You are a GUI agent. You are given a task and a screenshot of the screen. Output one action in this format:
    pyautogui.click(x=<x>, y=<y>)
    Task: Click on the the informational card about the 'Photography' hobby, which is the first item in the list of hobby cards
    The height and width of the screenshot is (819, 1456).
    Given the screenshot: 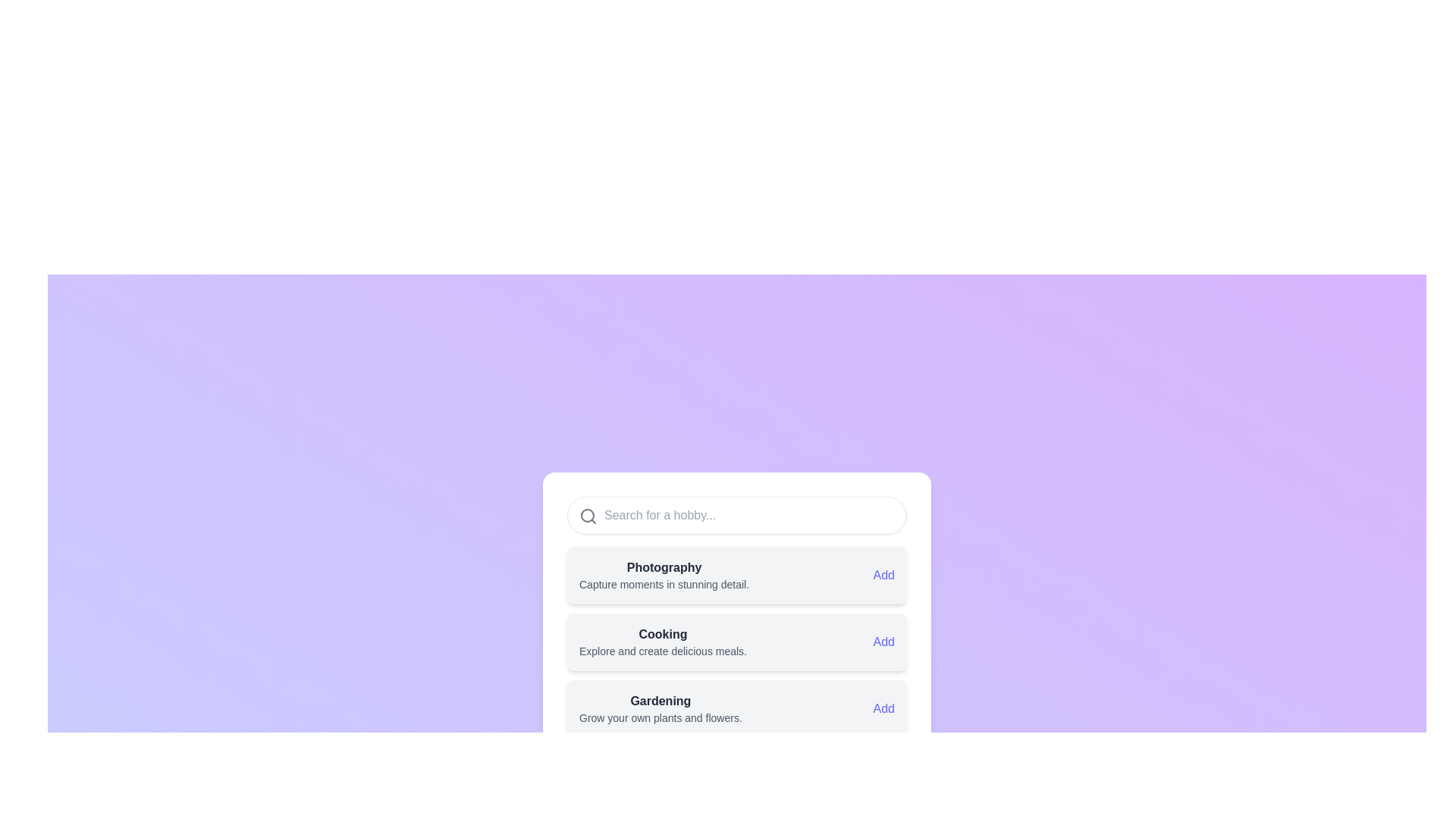 What is the action you would take?
    pyautogui.click(x=664, y=576)
    